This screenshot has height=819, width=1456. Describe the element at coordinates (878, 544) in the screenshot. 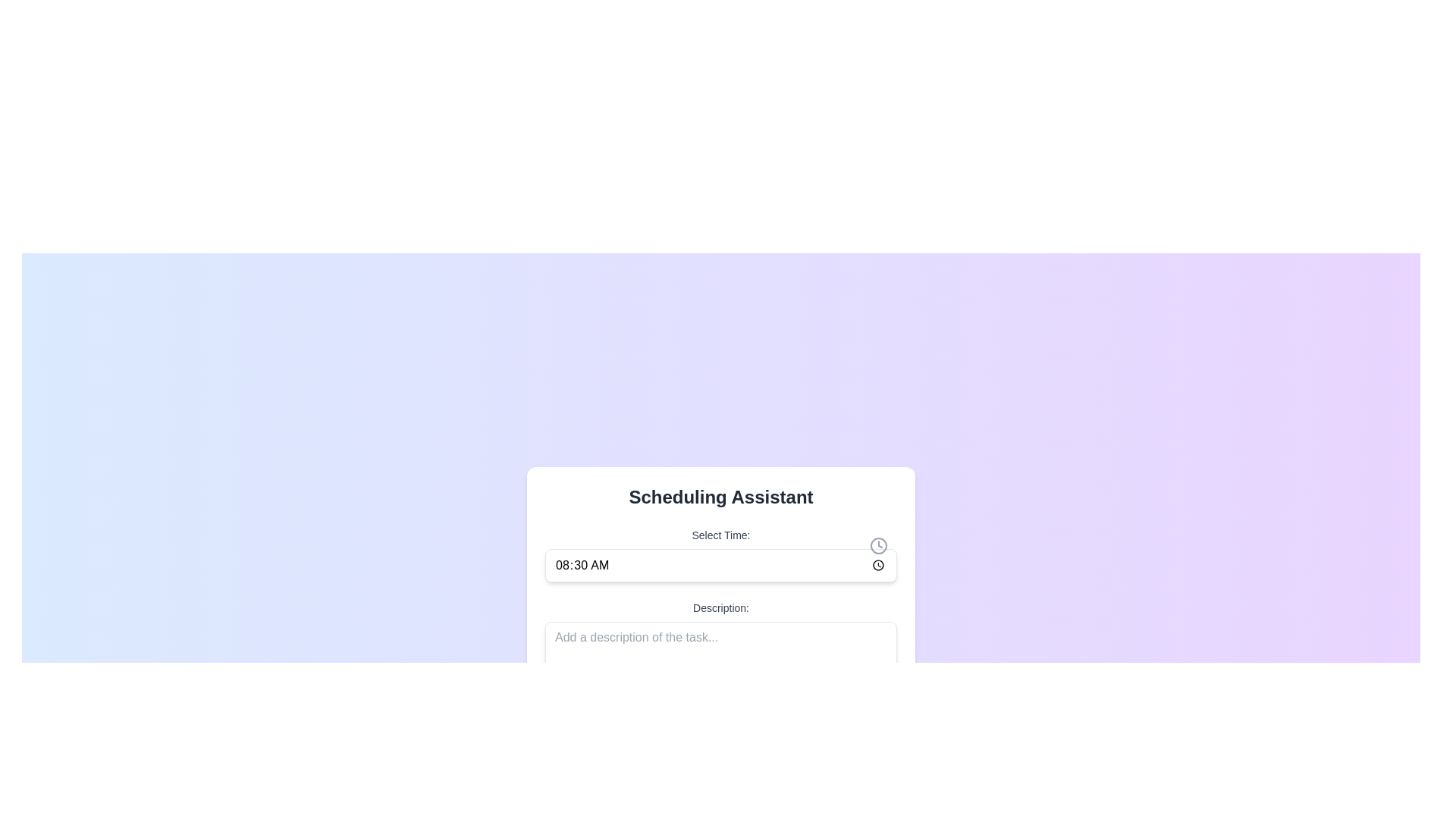

I see `the outer circle of the clock icon, which has a gray border and is located on the right side of the time input field in the 'Select Time' section of the 'Scheduling Assistant' interface` at that location.